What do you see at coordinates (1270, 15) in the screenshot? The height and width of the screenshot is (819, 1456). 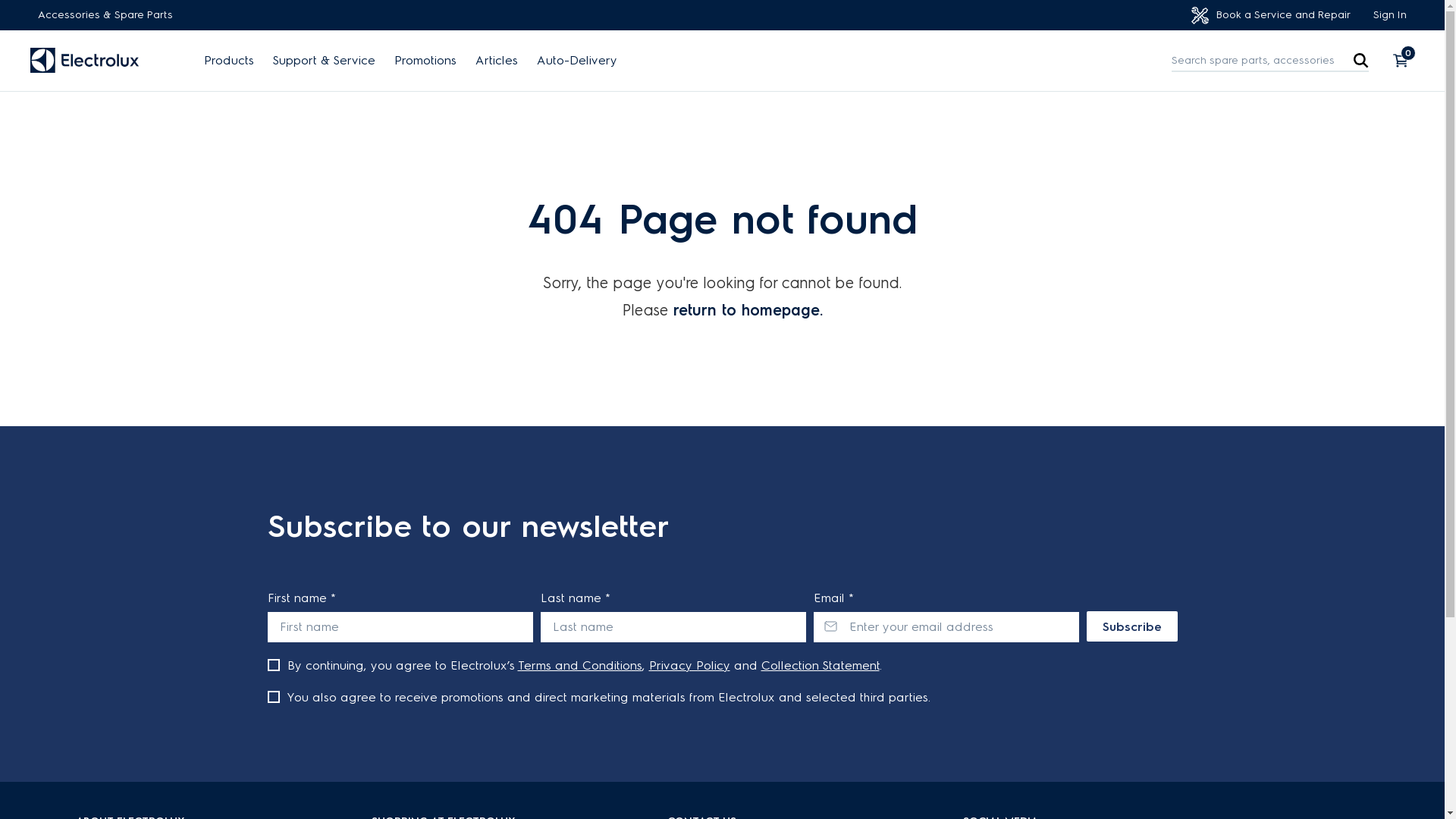 I see `'Book a Service and Repair'` at bounding box center [1270, 15].